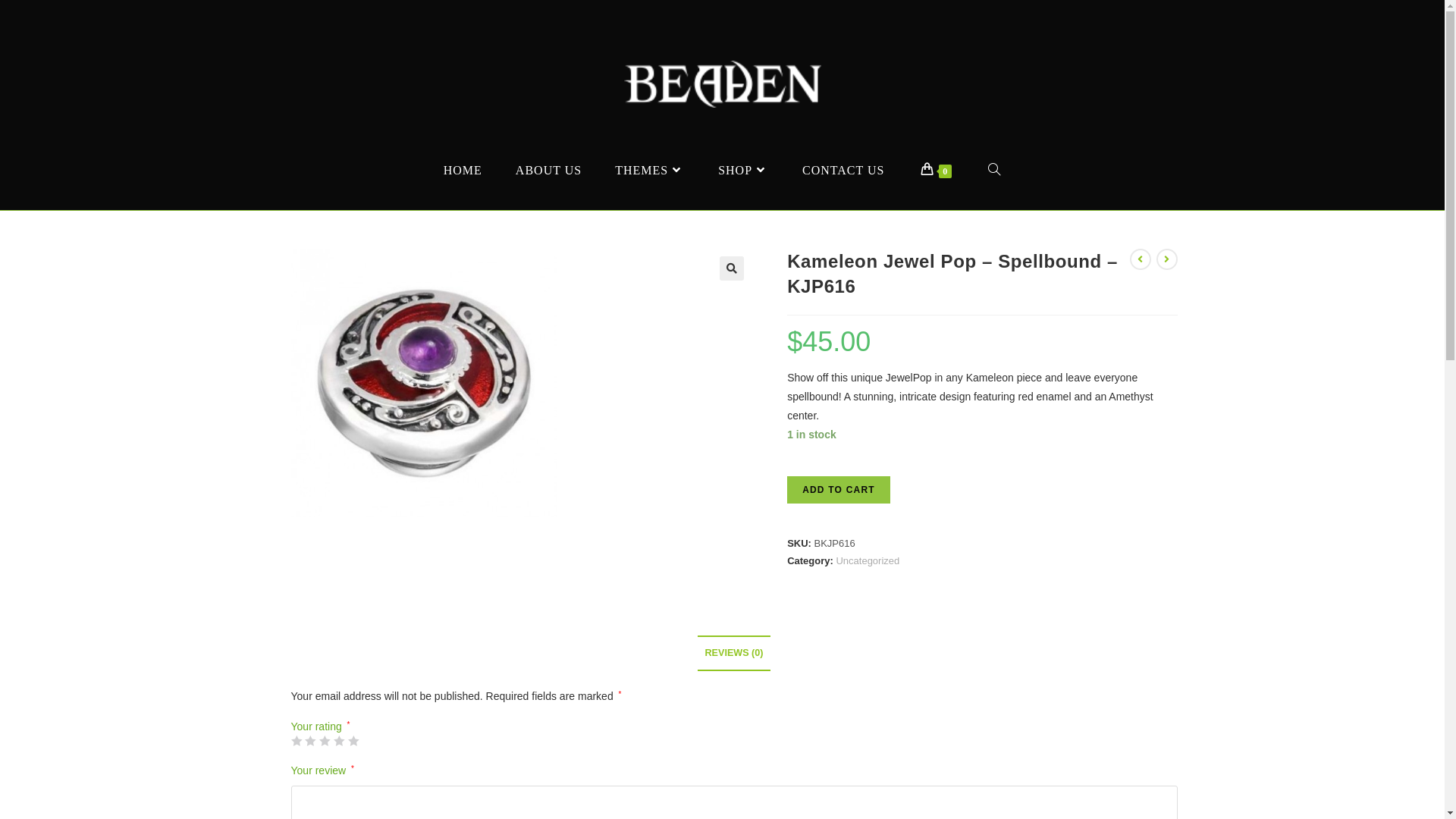 The image size is (1456, 819). I want to click on 'SHOP', so click(743, 170).